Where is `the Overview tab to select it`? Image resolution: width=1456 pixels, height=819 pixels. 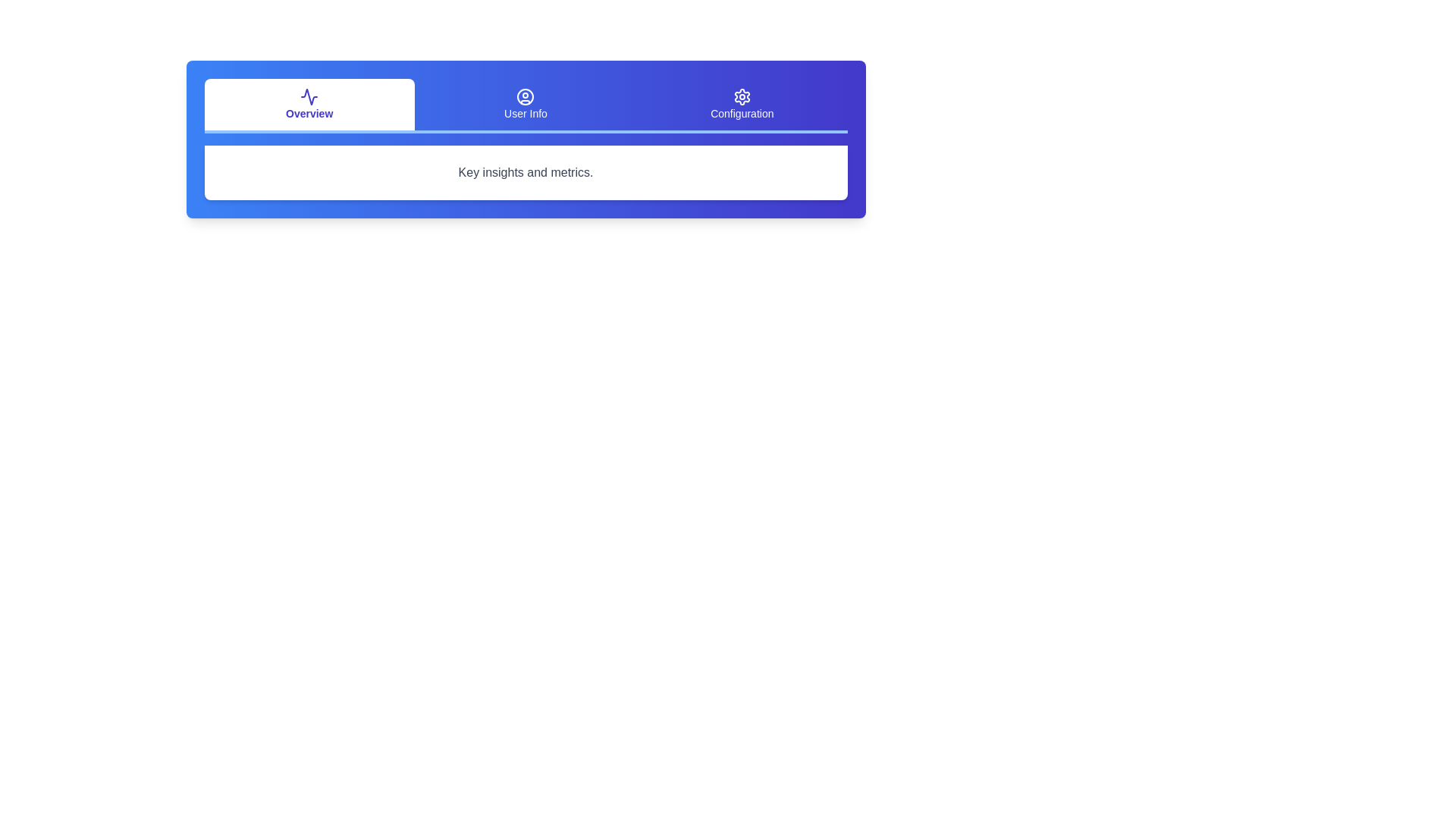
the Overview tab to select it is located at coordinates (309, 104).